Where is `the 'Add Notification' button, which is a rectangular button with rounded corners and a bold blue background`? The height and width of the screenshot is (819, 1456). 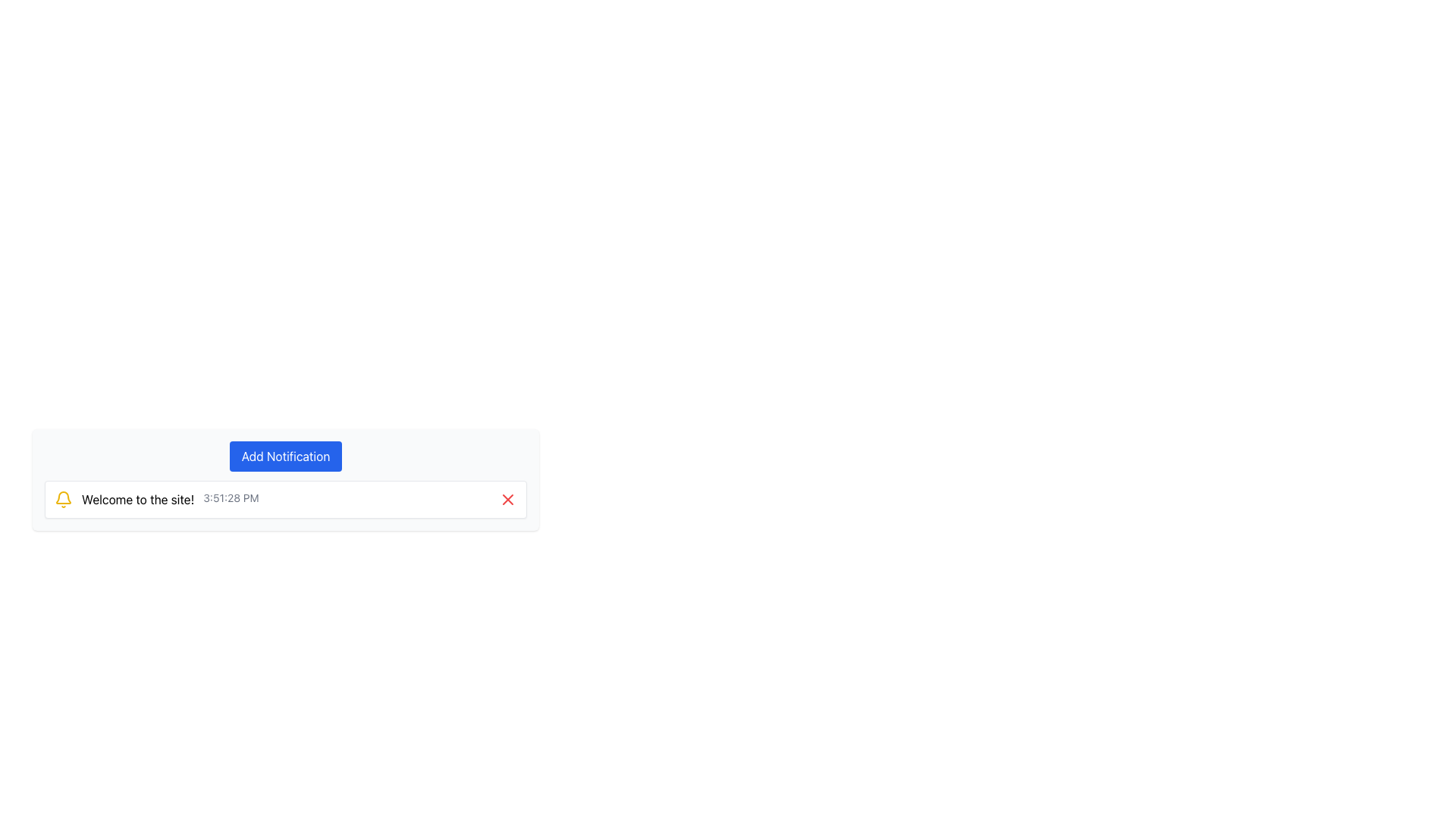 the 'Add Notification' button, which is a rectangular button with rounded corners and a bold blue background is located at coordinates (285, 455).